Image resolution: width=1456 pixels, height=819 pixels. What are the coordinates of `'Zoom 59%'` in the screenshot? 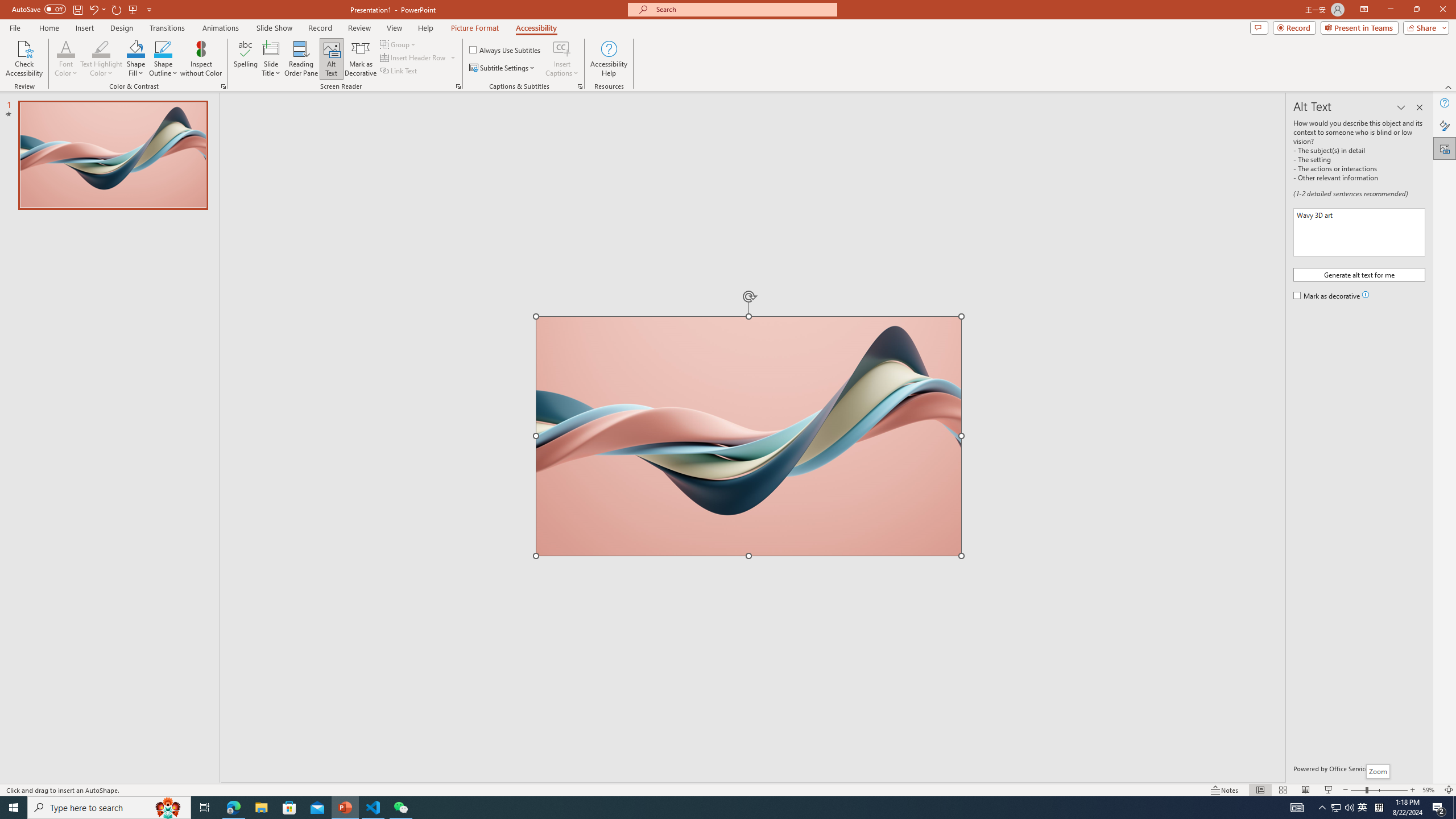 It's located at (1430, 790).